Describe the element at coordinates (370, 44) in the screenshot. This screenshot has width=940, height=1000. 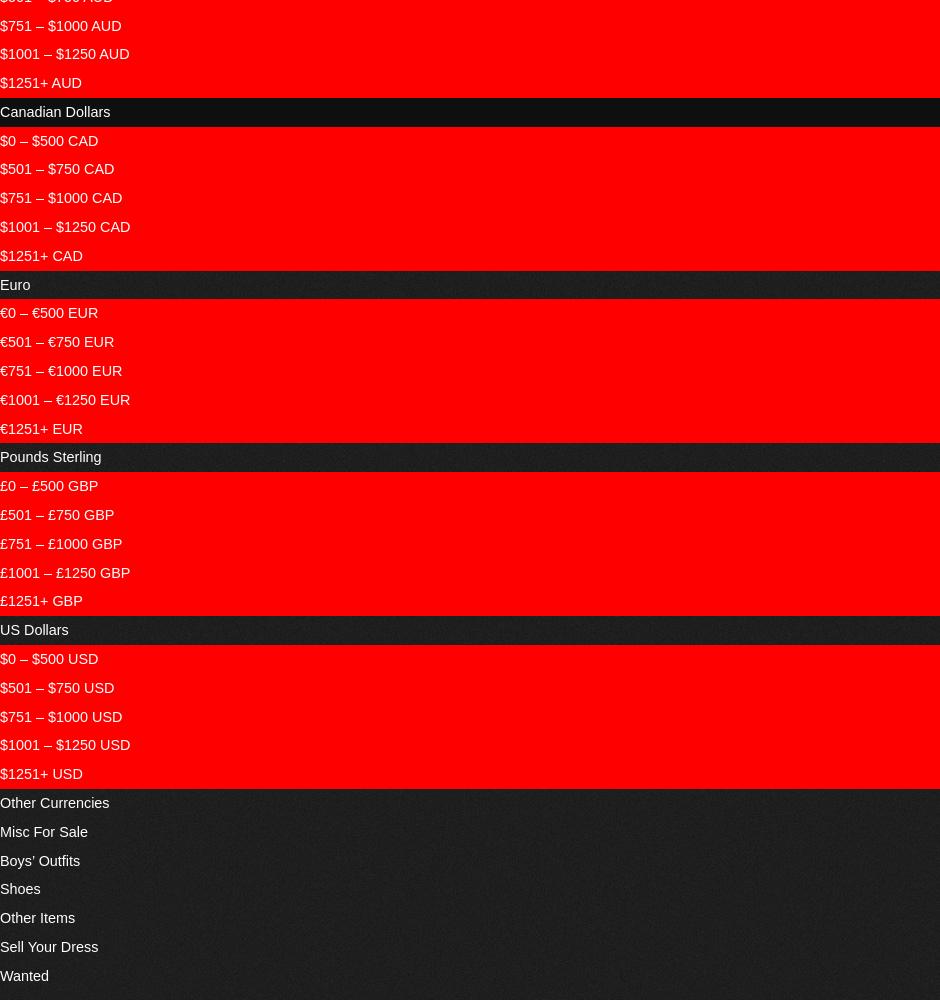
I see `'With thanks to'` at that location.